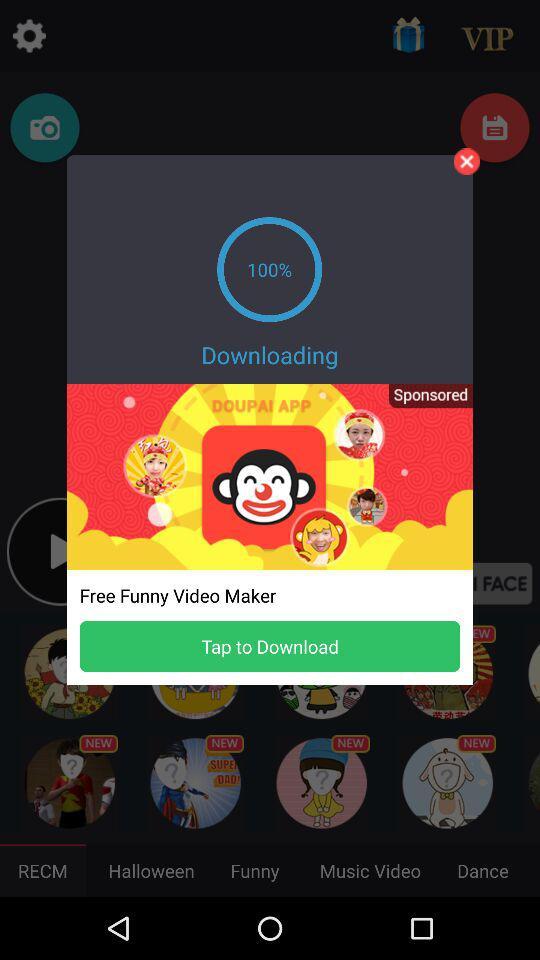  I want to click on tap to download button, so click(270, 645).